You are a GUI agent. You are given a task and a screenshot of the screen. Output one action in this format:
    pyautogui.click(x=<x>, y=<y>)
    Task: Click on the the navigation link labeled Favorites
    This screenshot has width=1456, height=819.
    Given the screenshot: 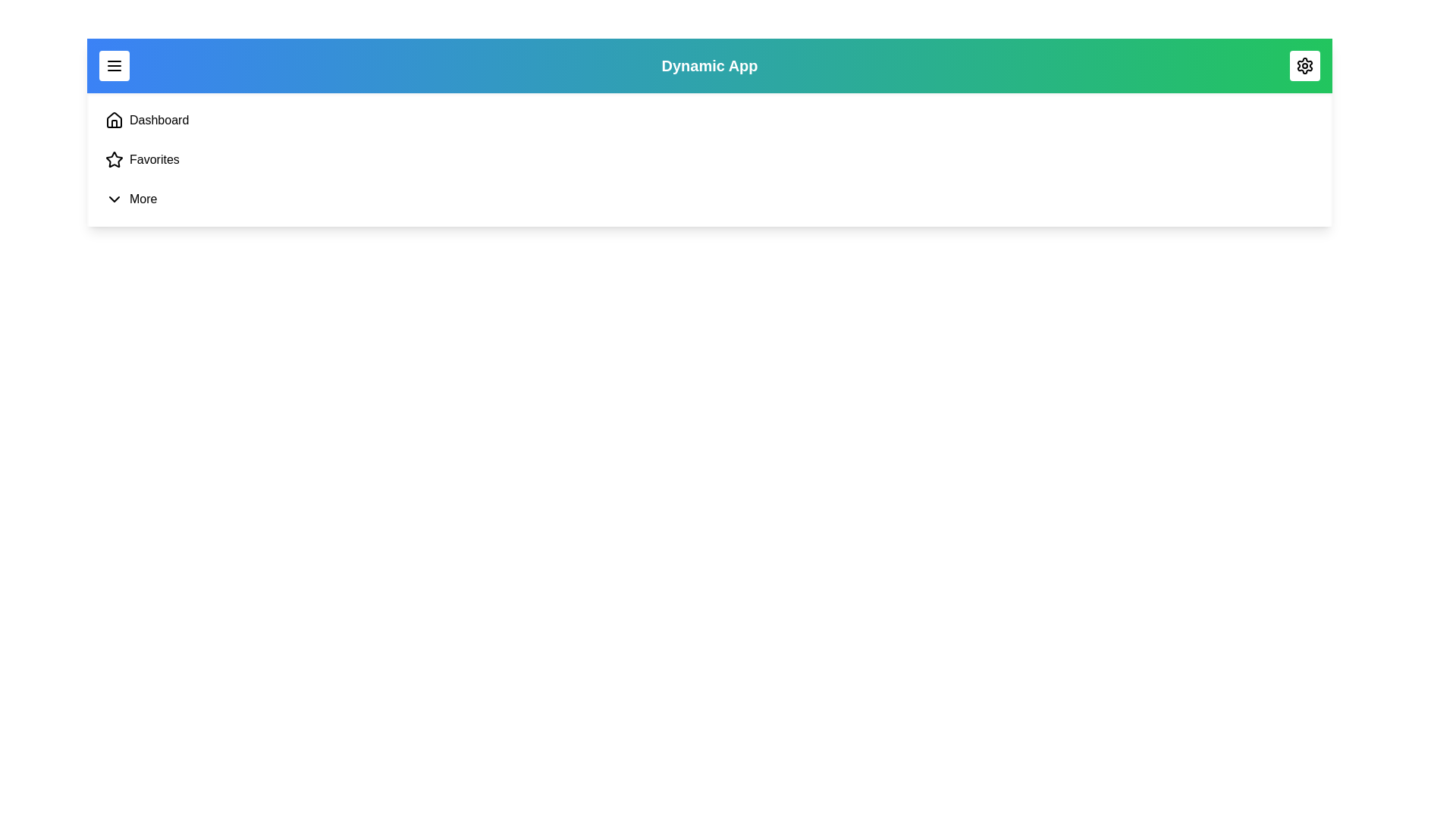 What is the action you would take?
    pyautogui.click(x=153, y=160)
    